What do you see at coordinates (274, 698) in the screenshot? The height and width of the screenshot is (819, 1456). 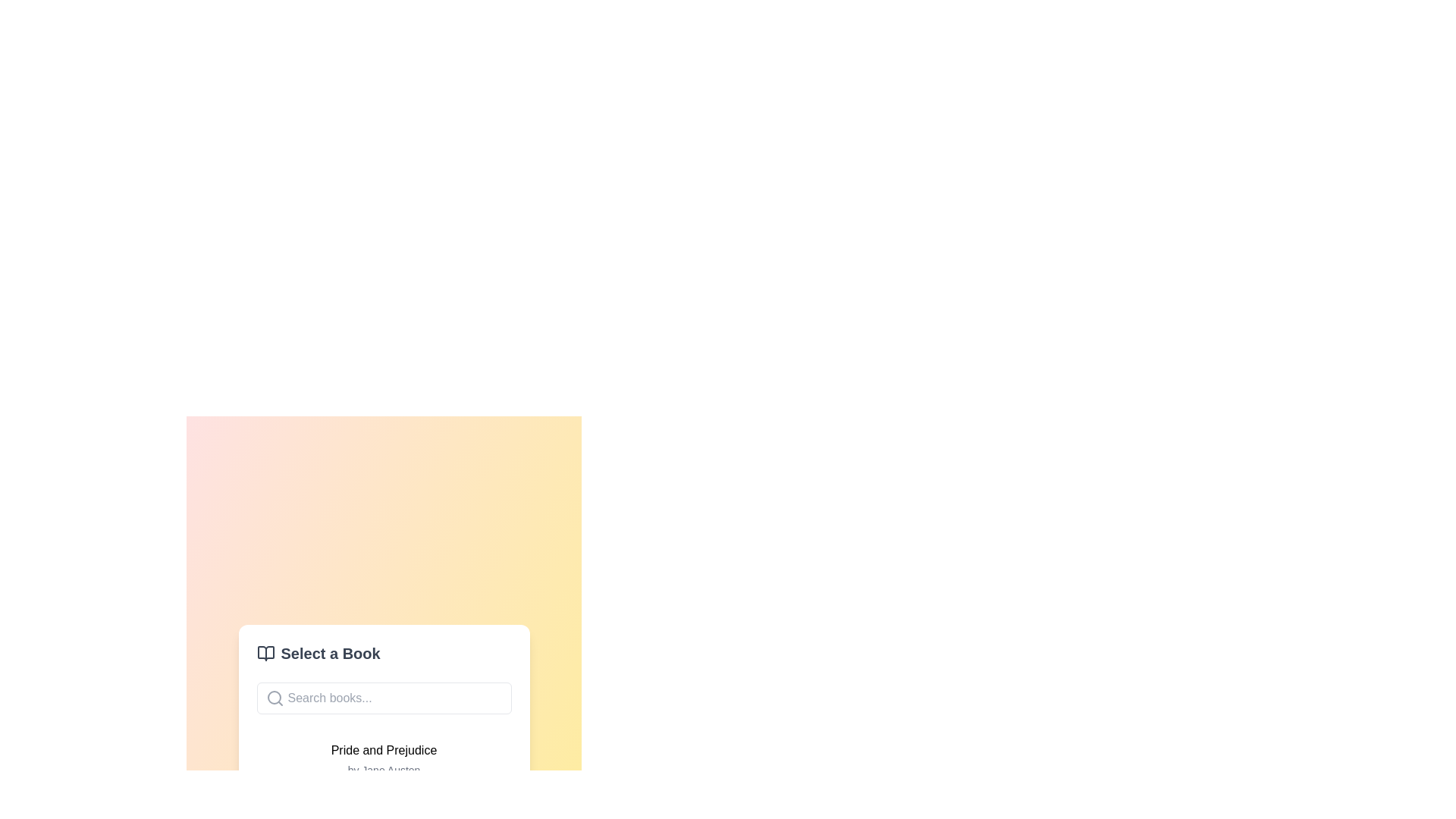 I see `the primary body of the search icon, which is represented by a circle located on the leftmost side of the search input field` at bounding box center [274, 698].